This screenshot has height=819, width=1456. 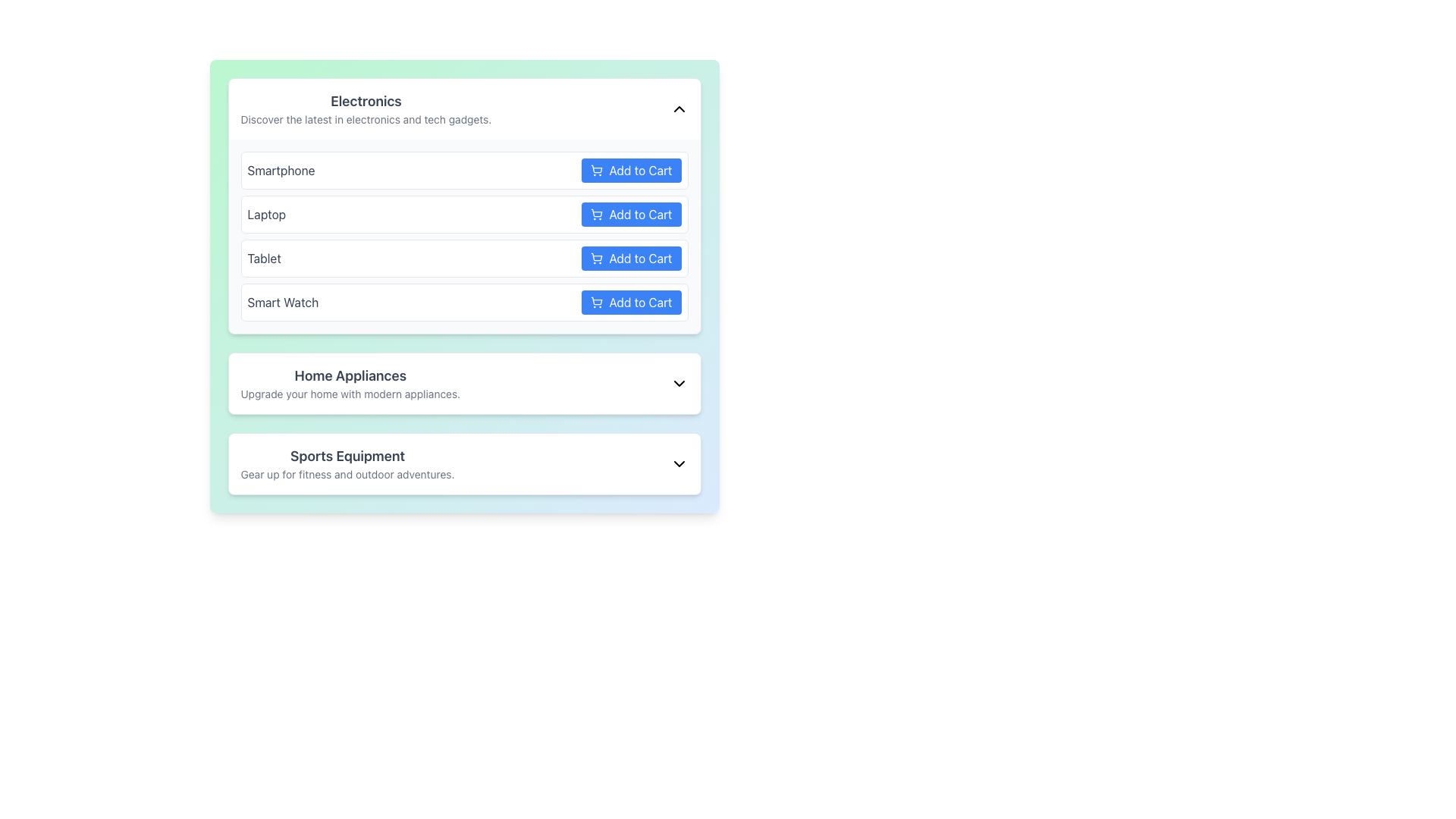 What do you see at coordinates (266, 214) in the screenshot?
I see `the 'Laptop' text label, which is styled in gray and located to the left of the 'Add to Cart' button in the Electronics category` at bounding box center [266, 214].